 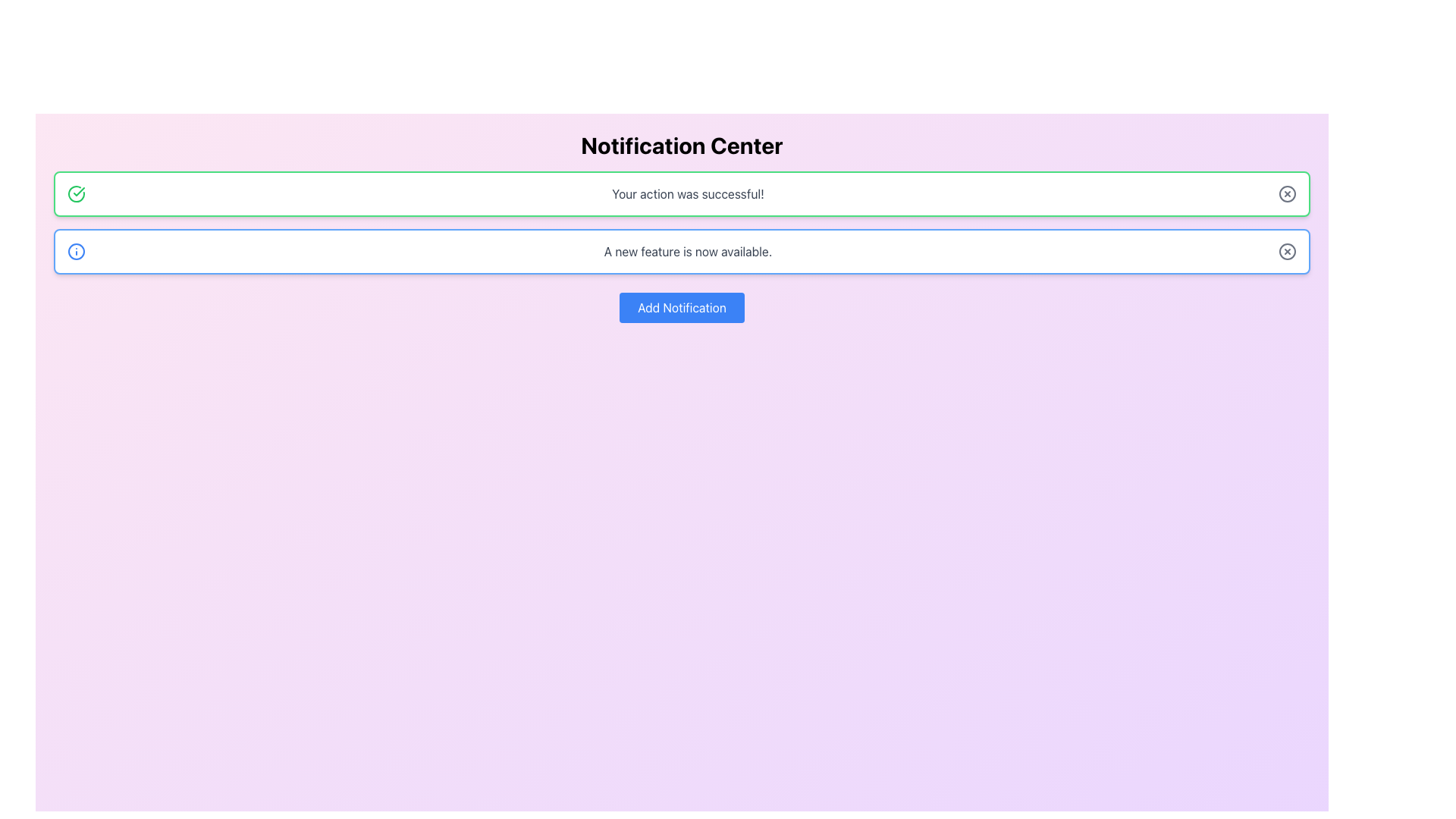 What do you see at coordinates (75, 193) in the screenshot?
I see `the success confirmation icon located in the top-left corner of the notification card next to the text 'Your action was successful!' if it is interactive` at bounding box center [75, 193].